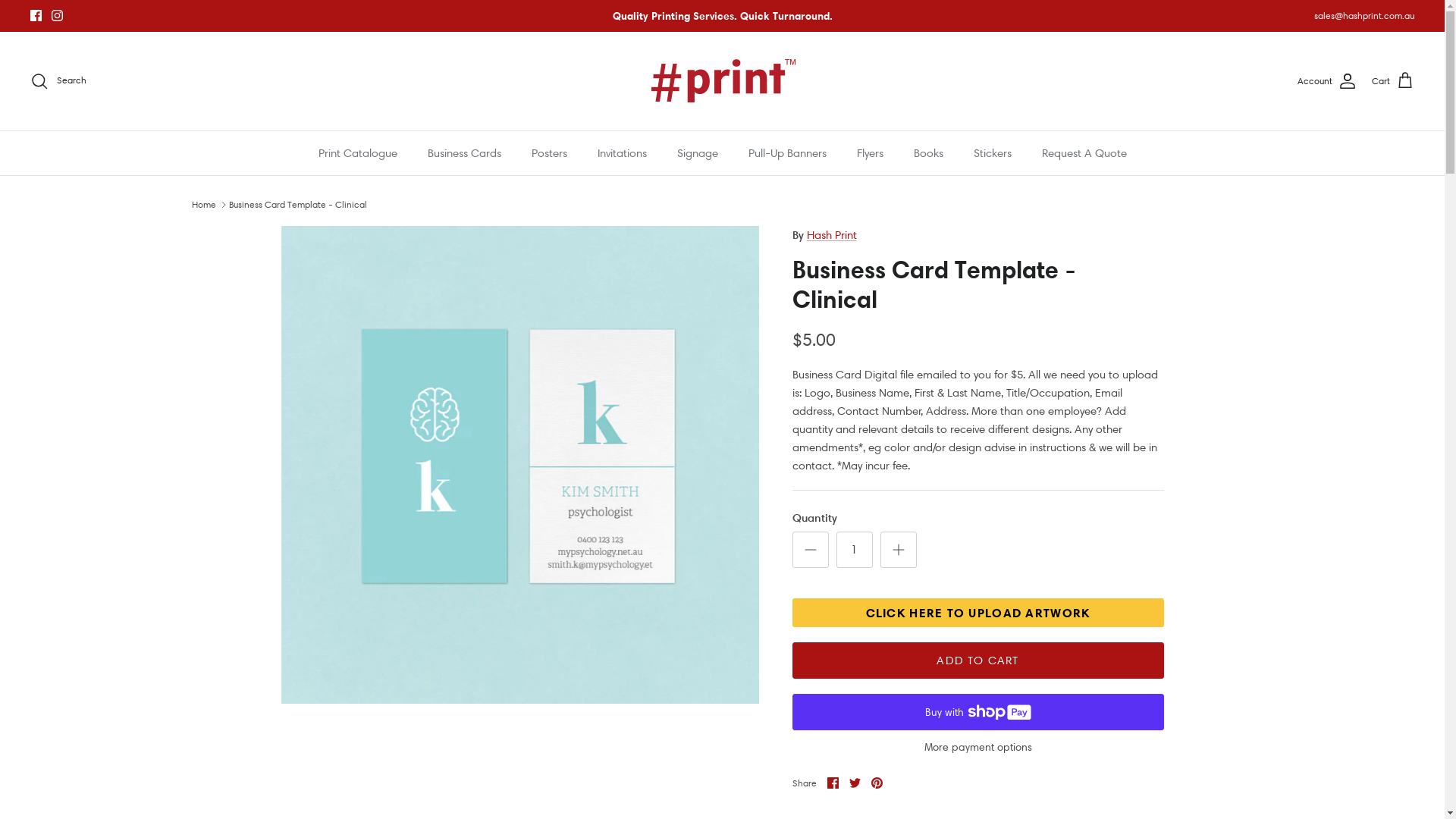 This screenshot has width=1456, height=819. Describe the element at coordinates (622, 153) in the screenshot. I see `'Invitations'` at that location.